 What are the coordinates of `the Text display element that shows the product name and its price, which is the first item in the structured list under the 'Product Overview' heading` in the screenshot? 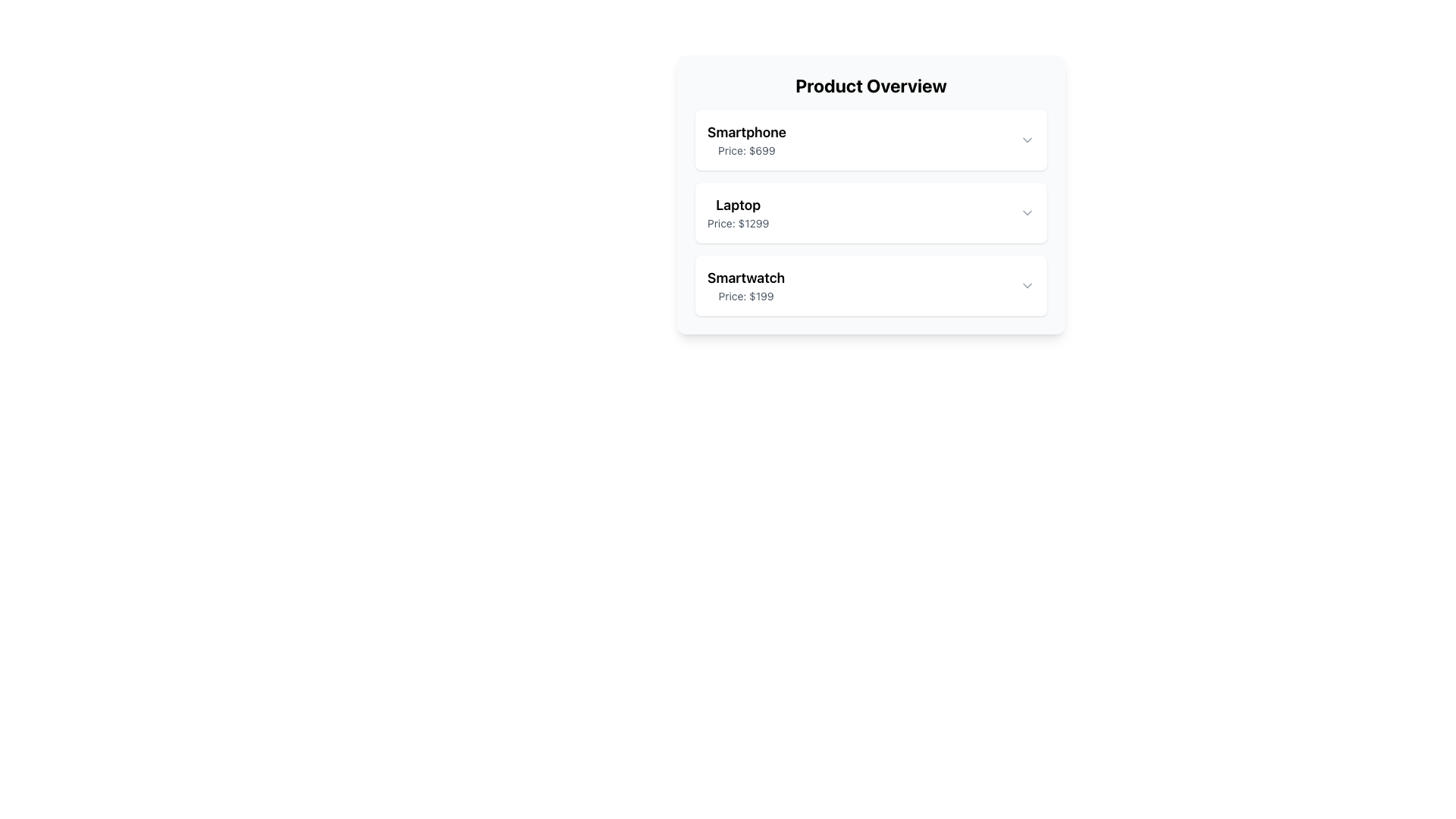 It's located at (746, 140).